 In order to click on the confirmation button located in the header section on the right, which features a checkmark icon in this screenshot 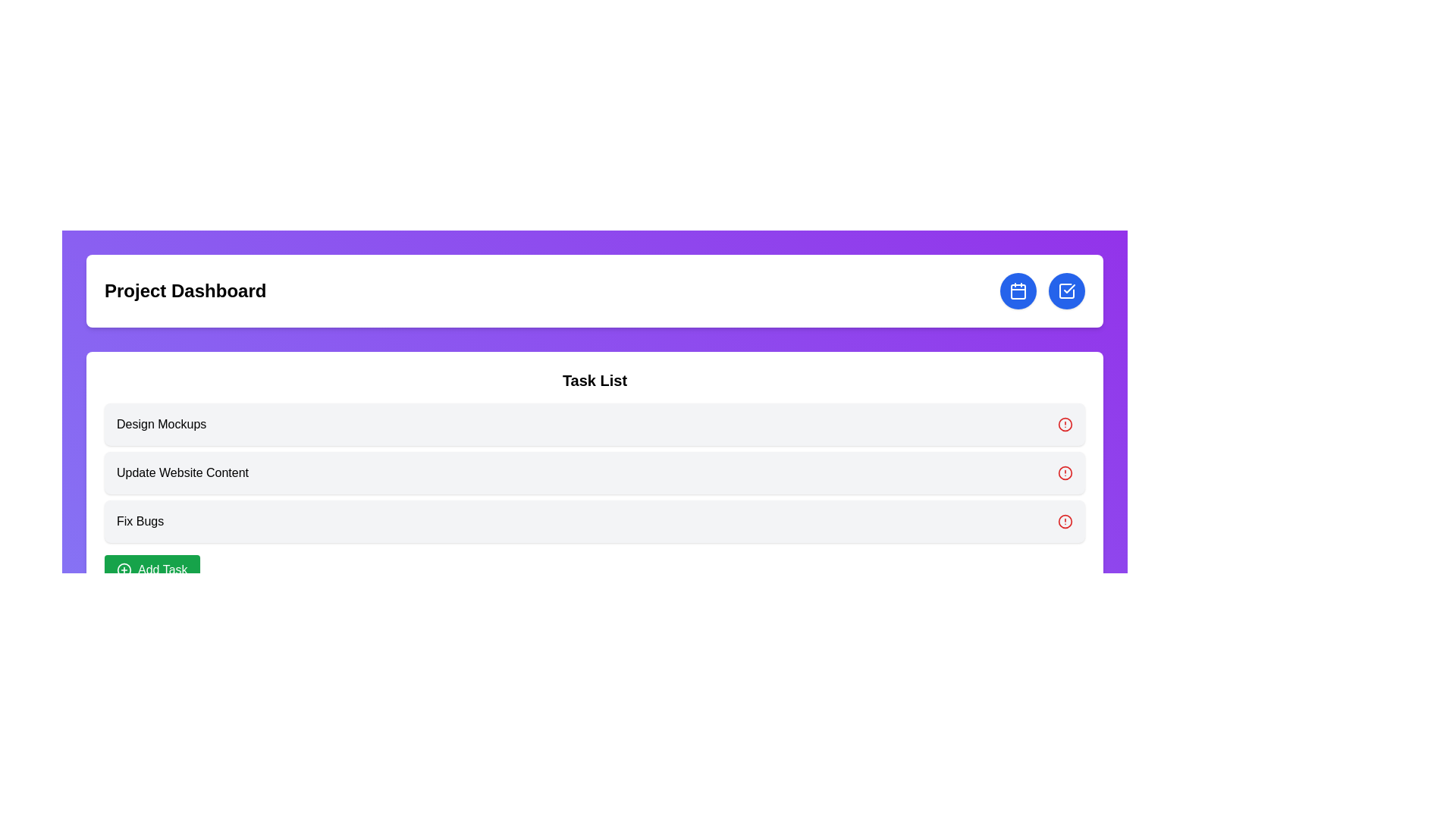, I will do `click(1065, 291)`.